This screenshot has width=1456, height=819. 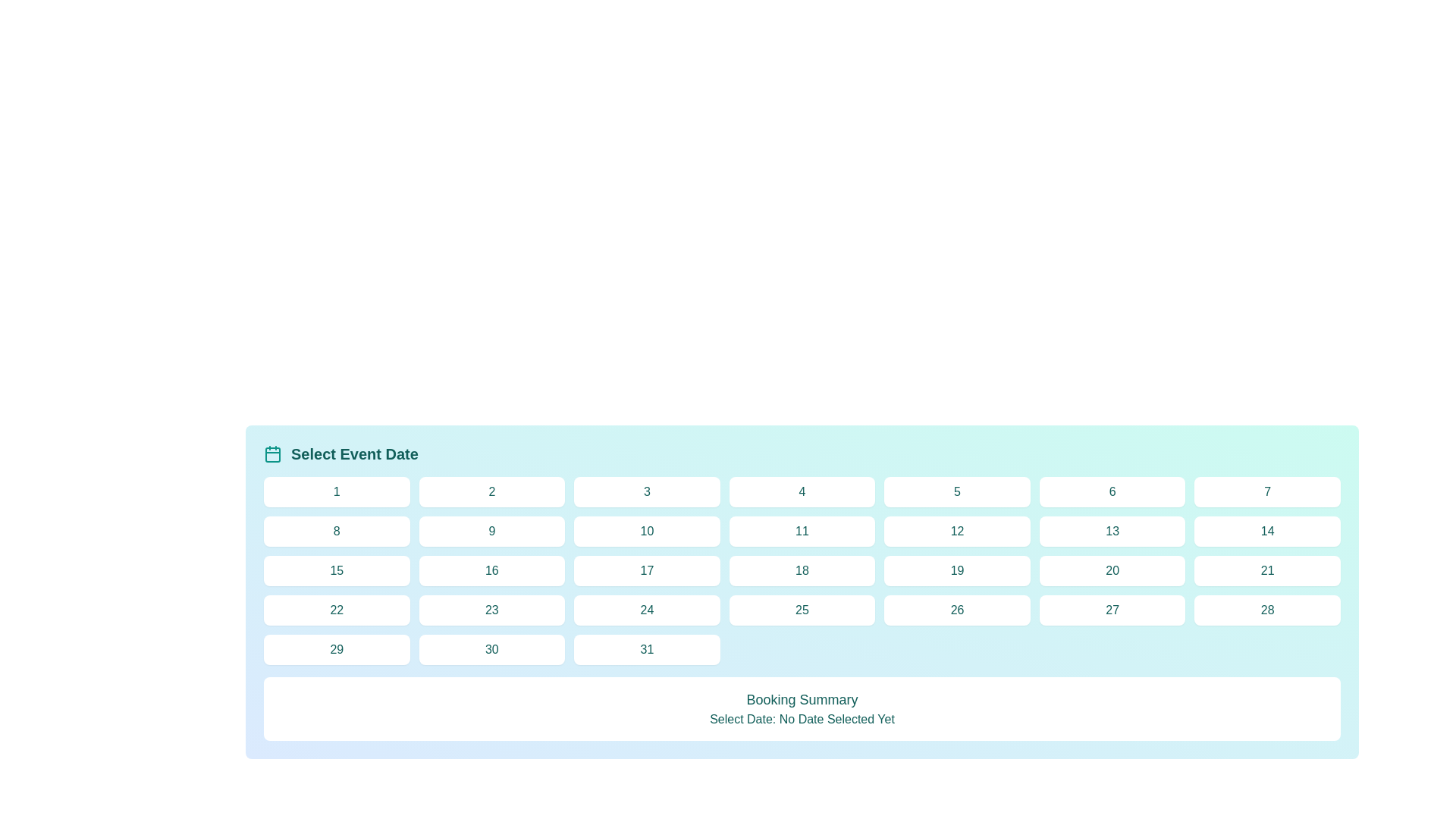 What do you see at coordinates (647, 531) in the screenshot?
I see `the button displaying the number '10' with a white background and green text, located in the second row and third column of the grid` at bounding box center [647, 531].